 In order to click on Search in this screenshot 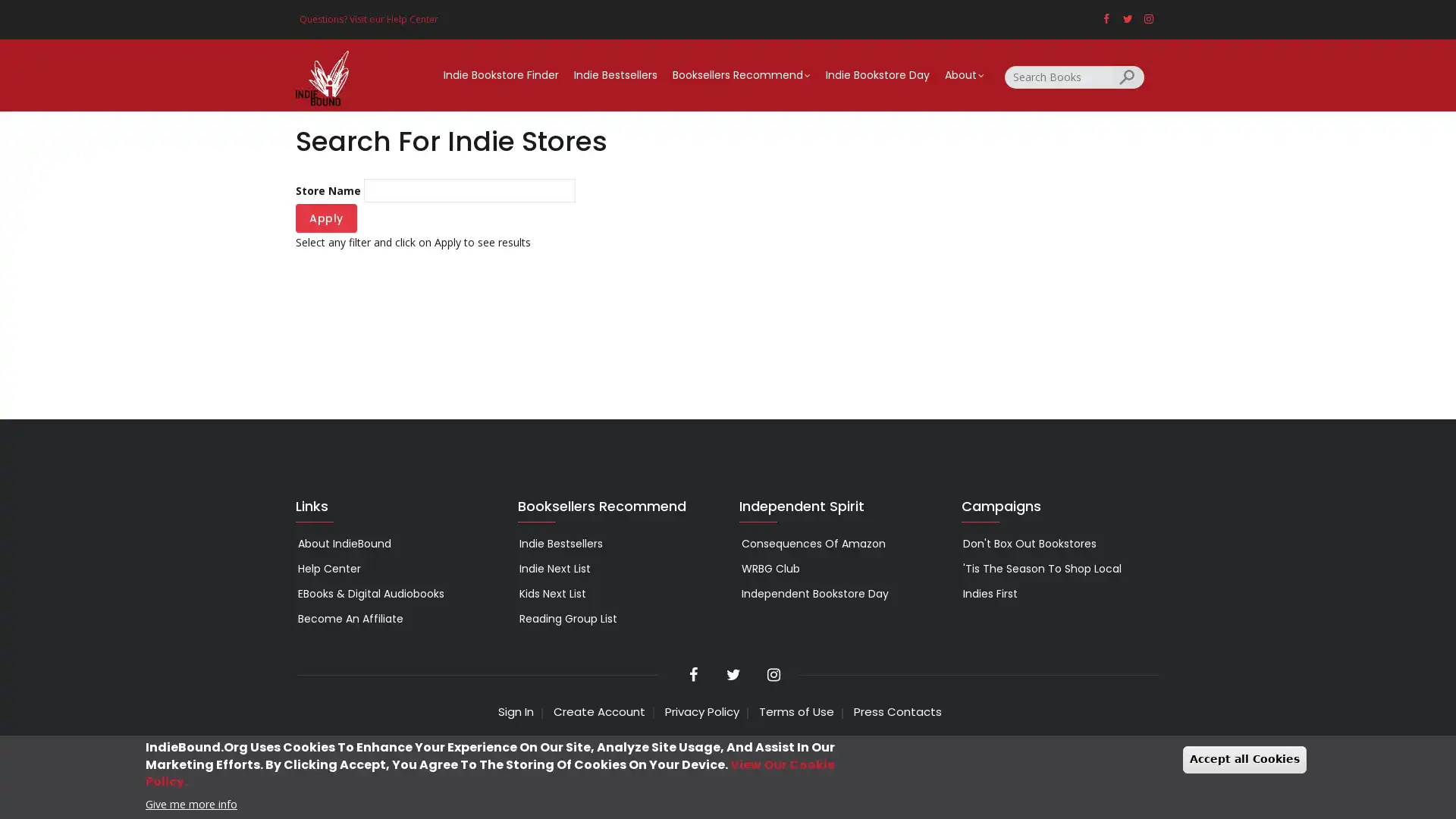, I will do `click(1128, 76)`.